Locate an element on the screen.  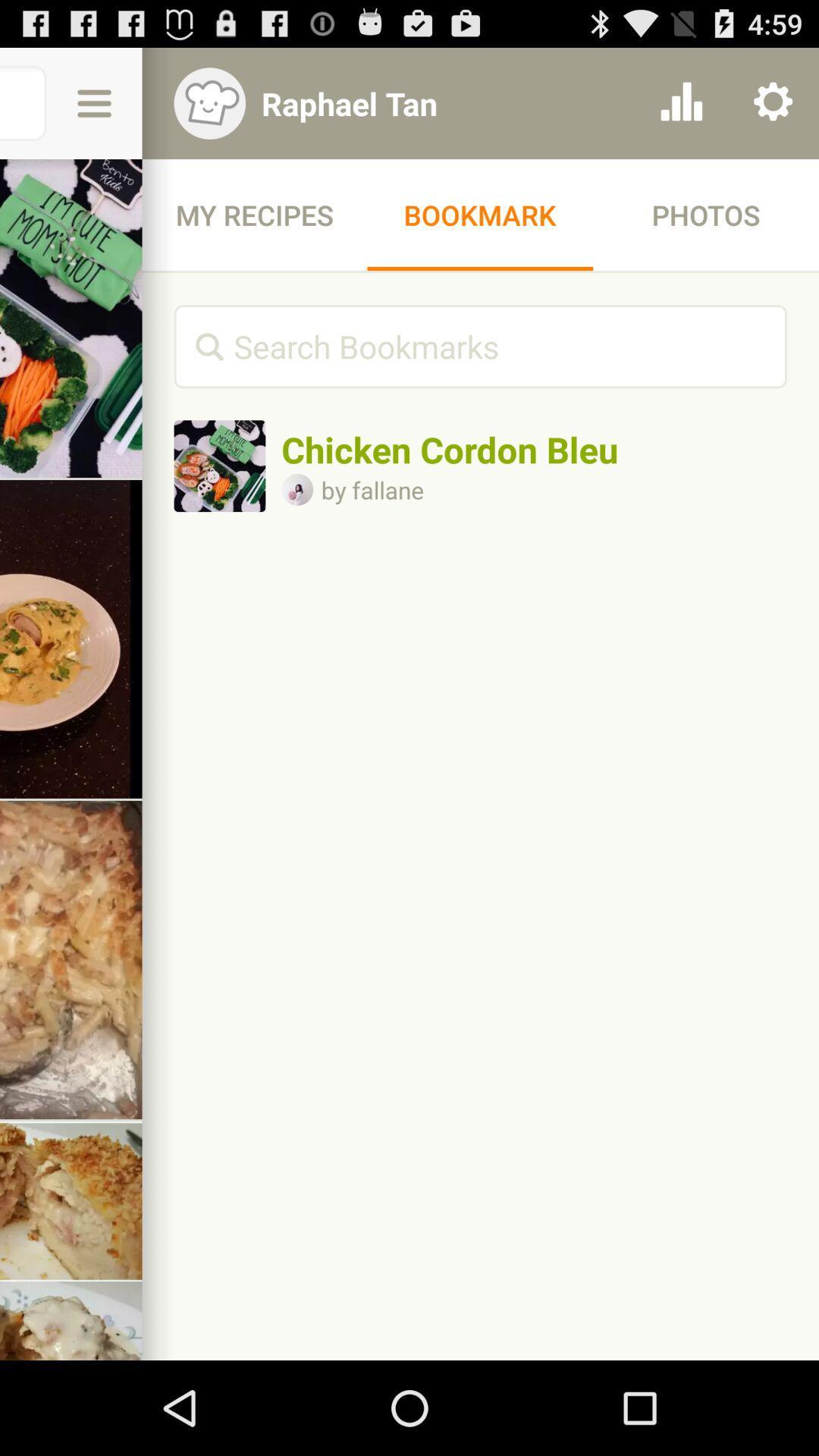
the settings icon is located at coordinates (773, 110).